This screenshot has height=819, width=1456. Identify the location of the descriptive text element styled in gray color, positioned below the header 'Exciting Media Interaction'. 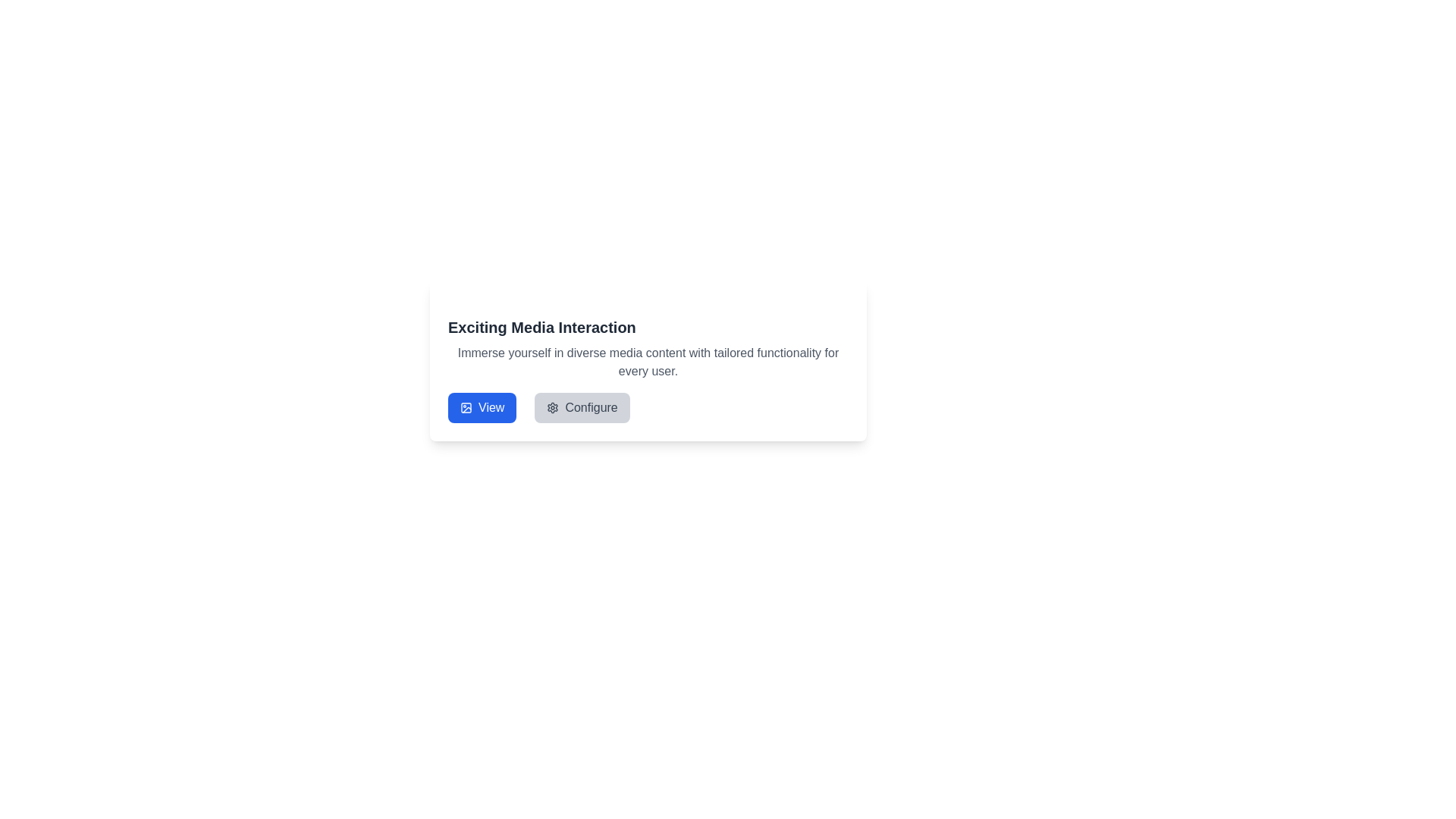
(648, 362).